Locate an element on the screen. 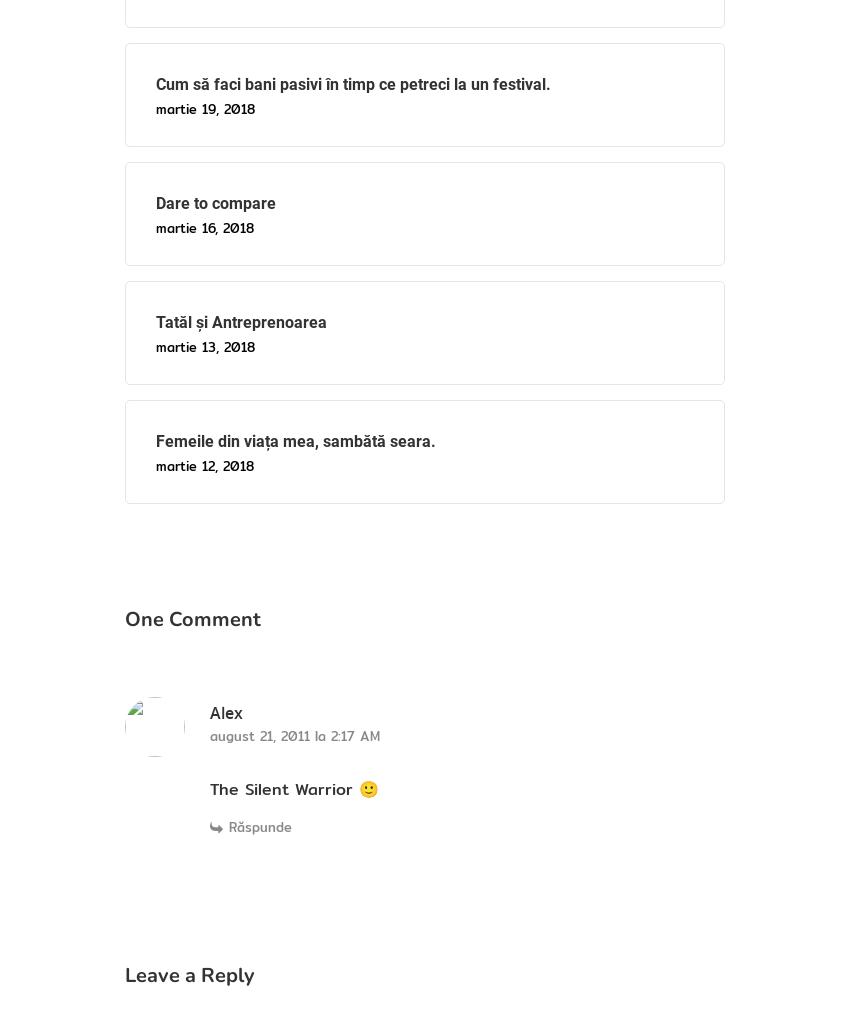 This screenshot has height=1025, width=849. 'martie 16, 2018' is located at coordinates (155, 227).